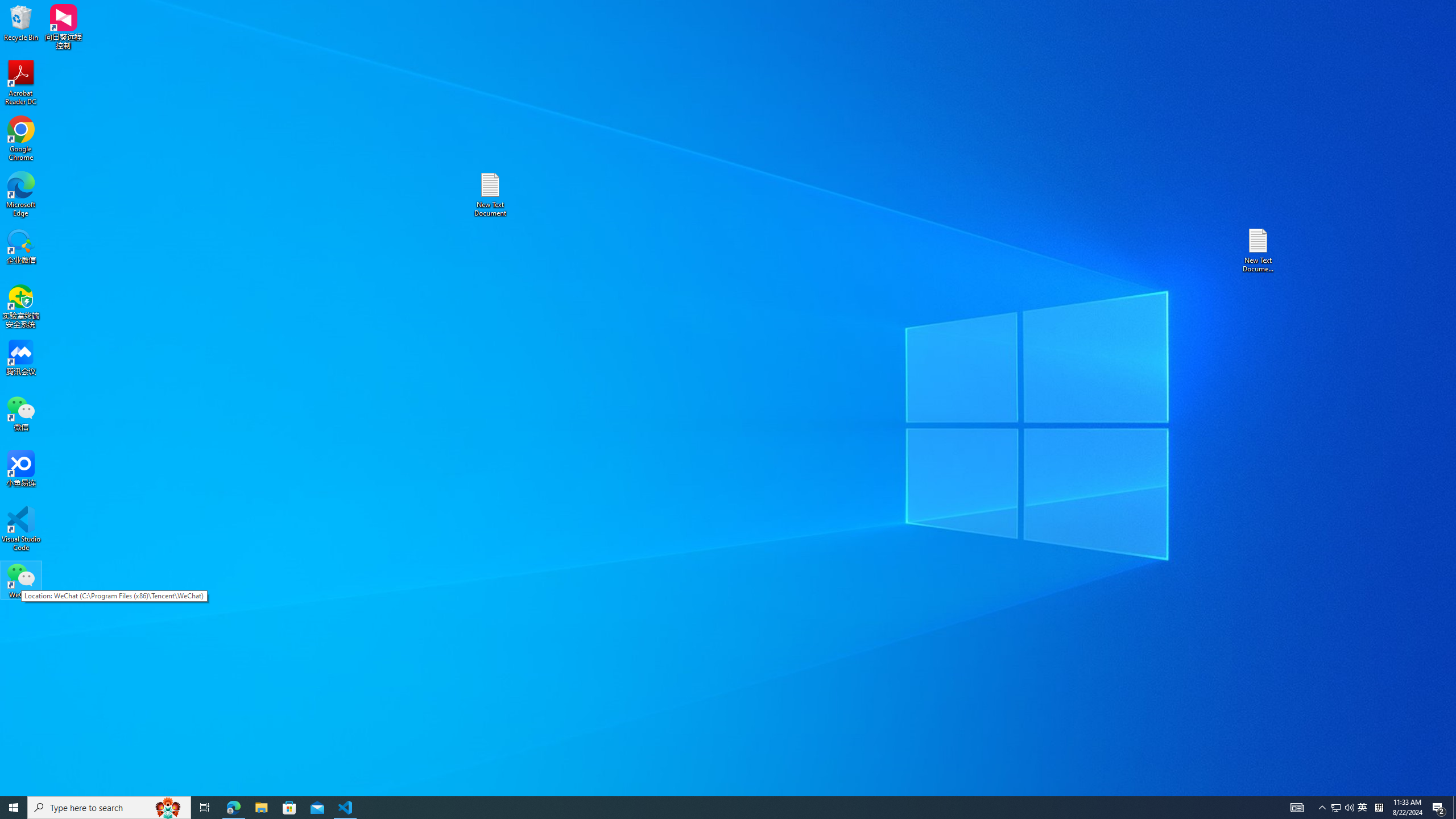  What do you see at coordinates (109, 806) in the screenshot?
I see `'Type here to search'` at bounding box center [109, 806].